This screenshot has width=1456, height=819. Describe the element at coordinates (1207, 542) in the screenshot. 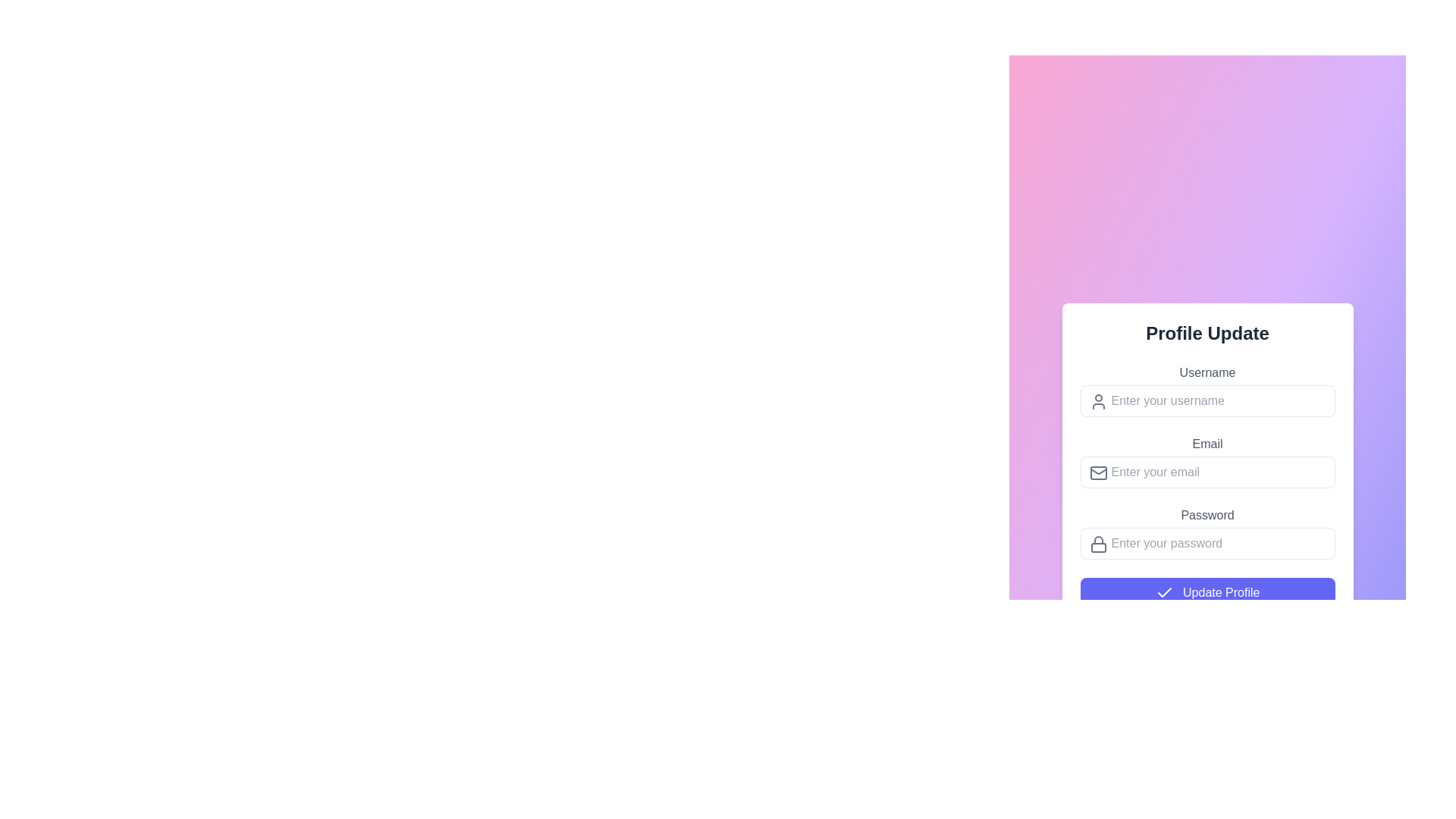

I see `the password input field to focus on it, allowing the user to type their password securely` at that location.